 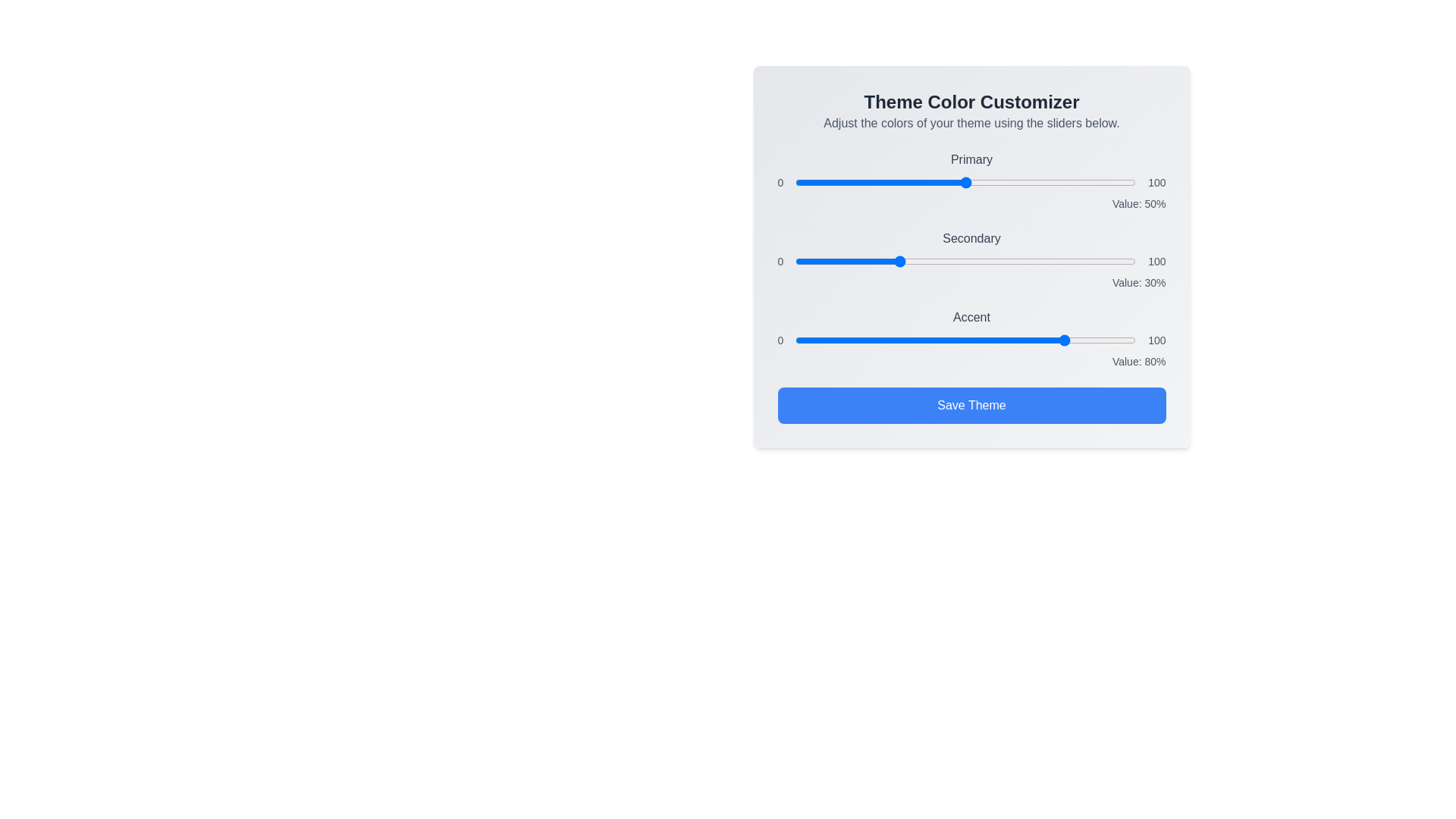 What do you see at coordinates (914, 260) in the screenshot?
I see `the 'Secondary' color slider to 35%` at bounding box center [914, 260].